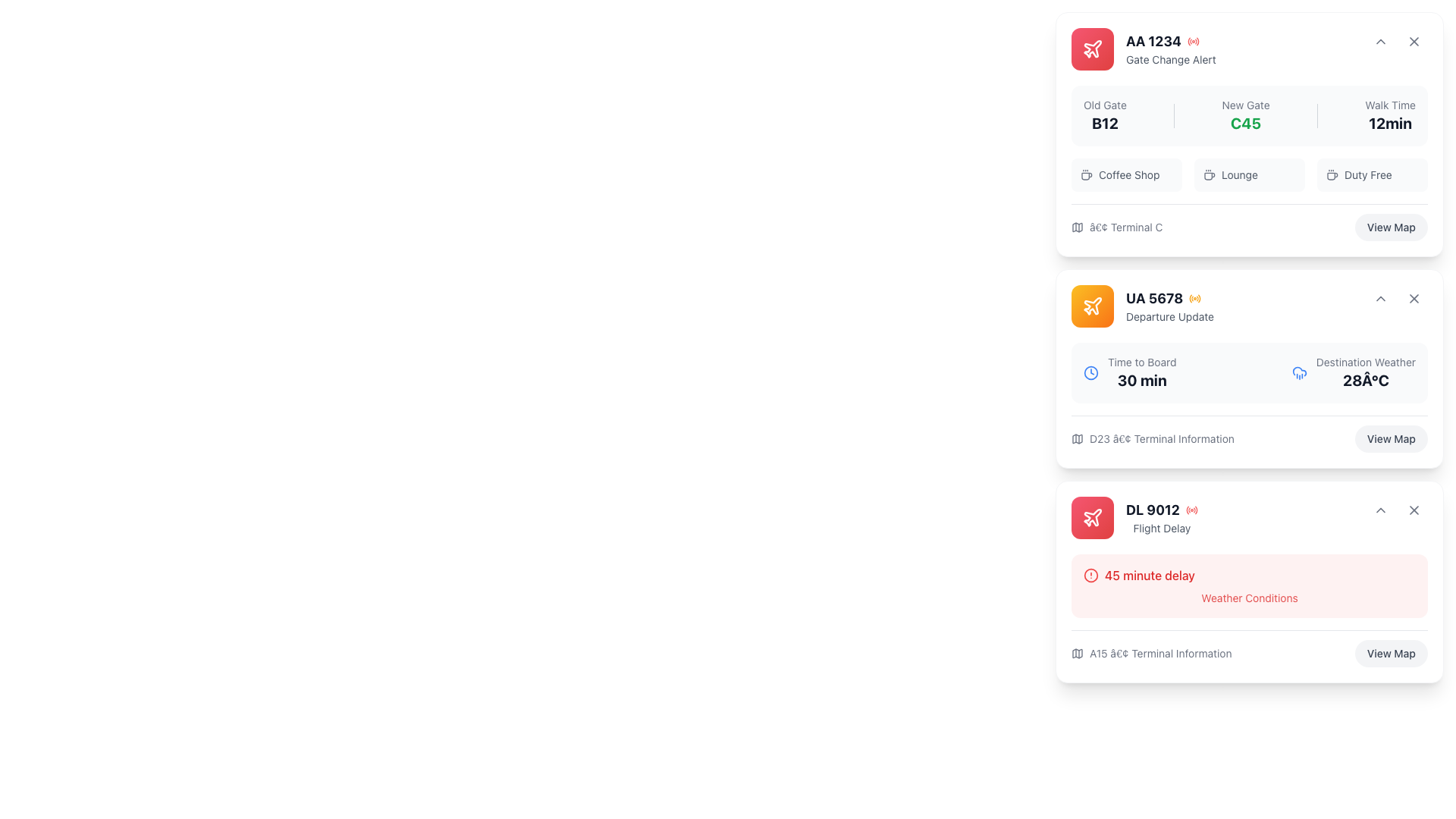  I want to click on the informational text element displaying the temperature '28°C' and the accompanying blue rain cloud icon, which is part of the 'UA 5678 Departure Update' section, so click(1354, 373).